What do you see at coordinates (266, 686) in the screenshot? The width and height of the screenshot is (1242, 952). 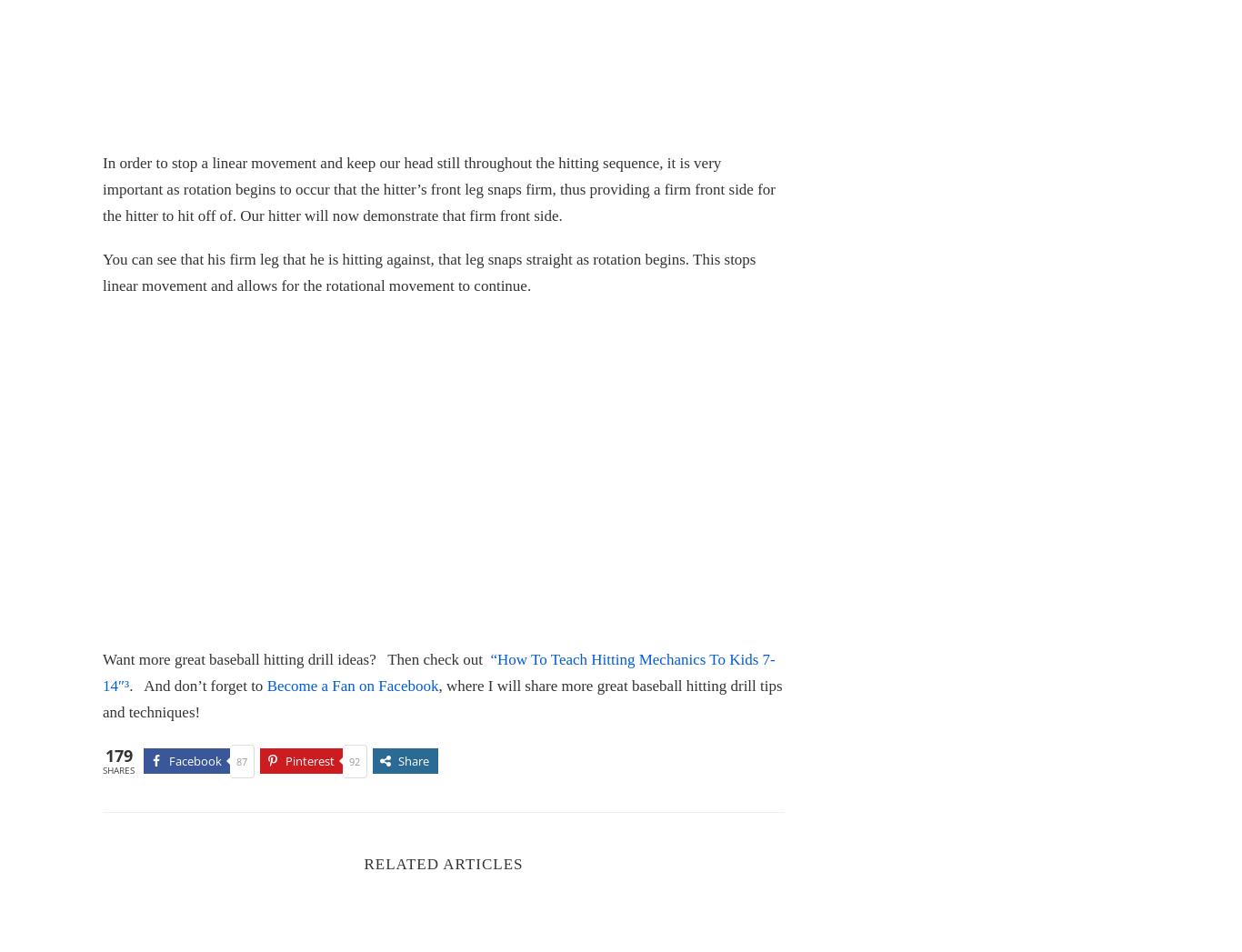 I see `'Become a Fan on Facebook'` at bounding box center [266, 686].